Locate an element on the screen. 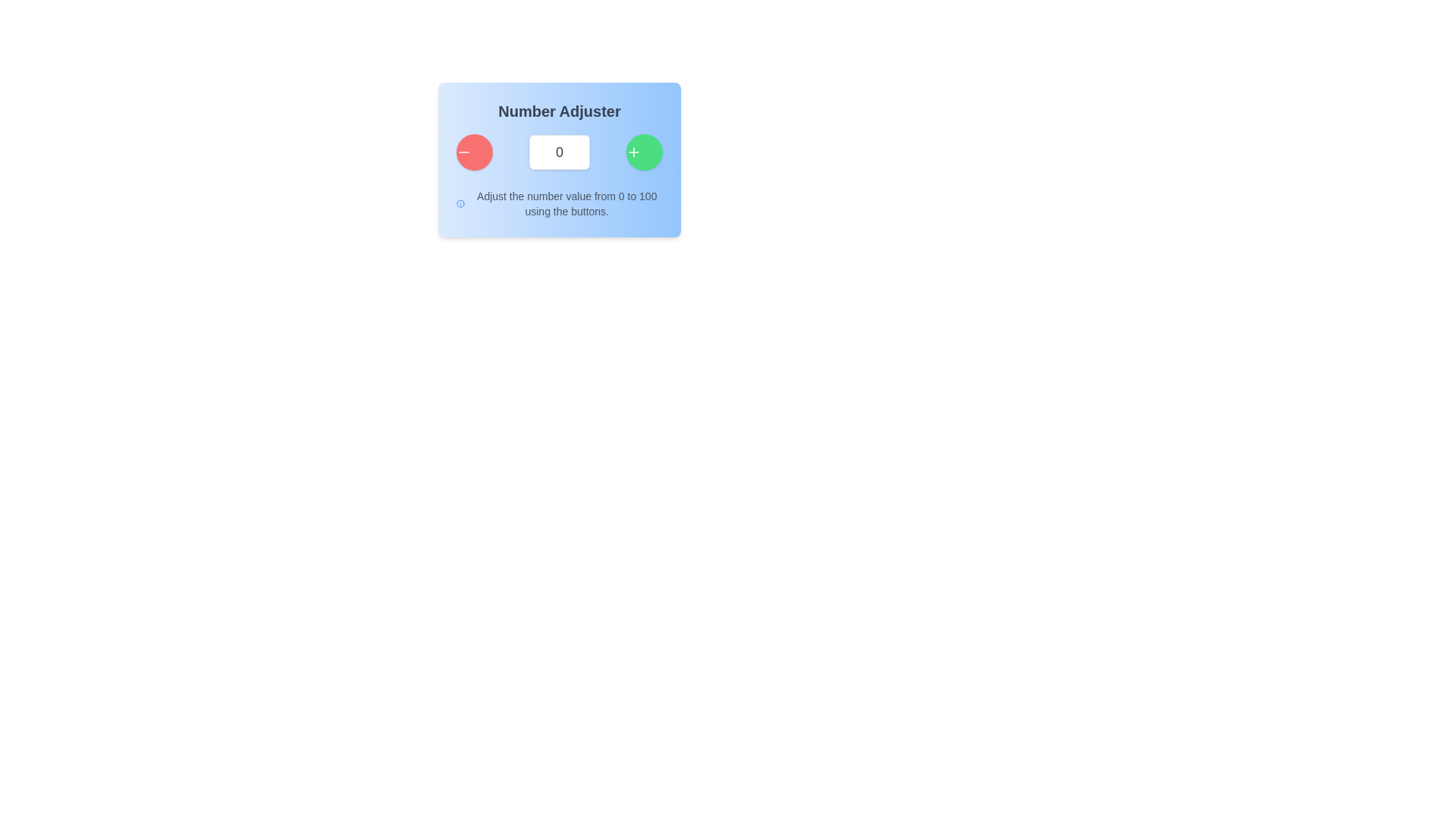 This screenshot has width=1456, height=819. the minus icon located within a red circular button on the left side of the card component is located at coordinates (463, 152).